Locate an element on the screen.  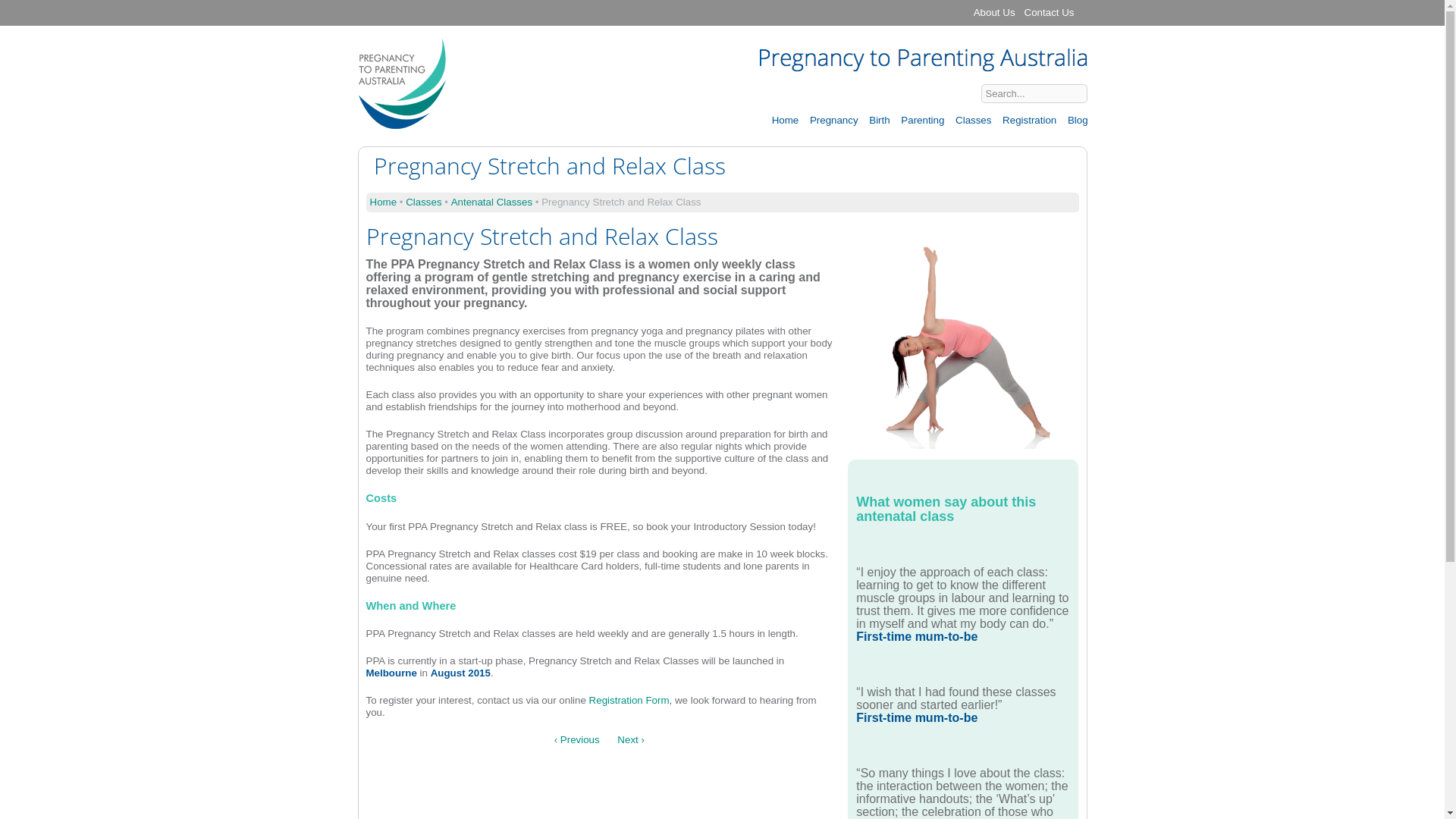
'Contact Us' is located at coordinates (1048, 12).